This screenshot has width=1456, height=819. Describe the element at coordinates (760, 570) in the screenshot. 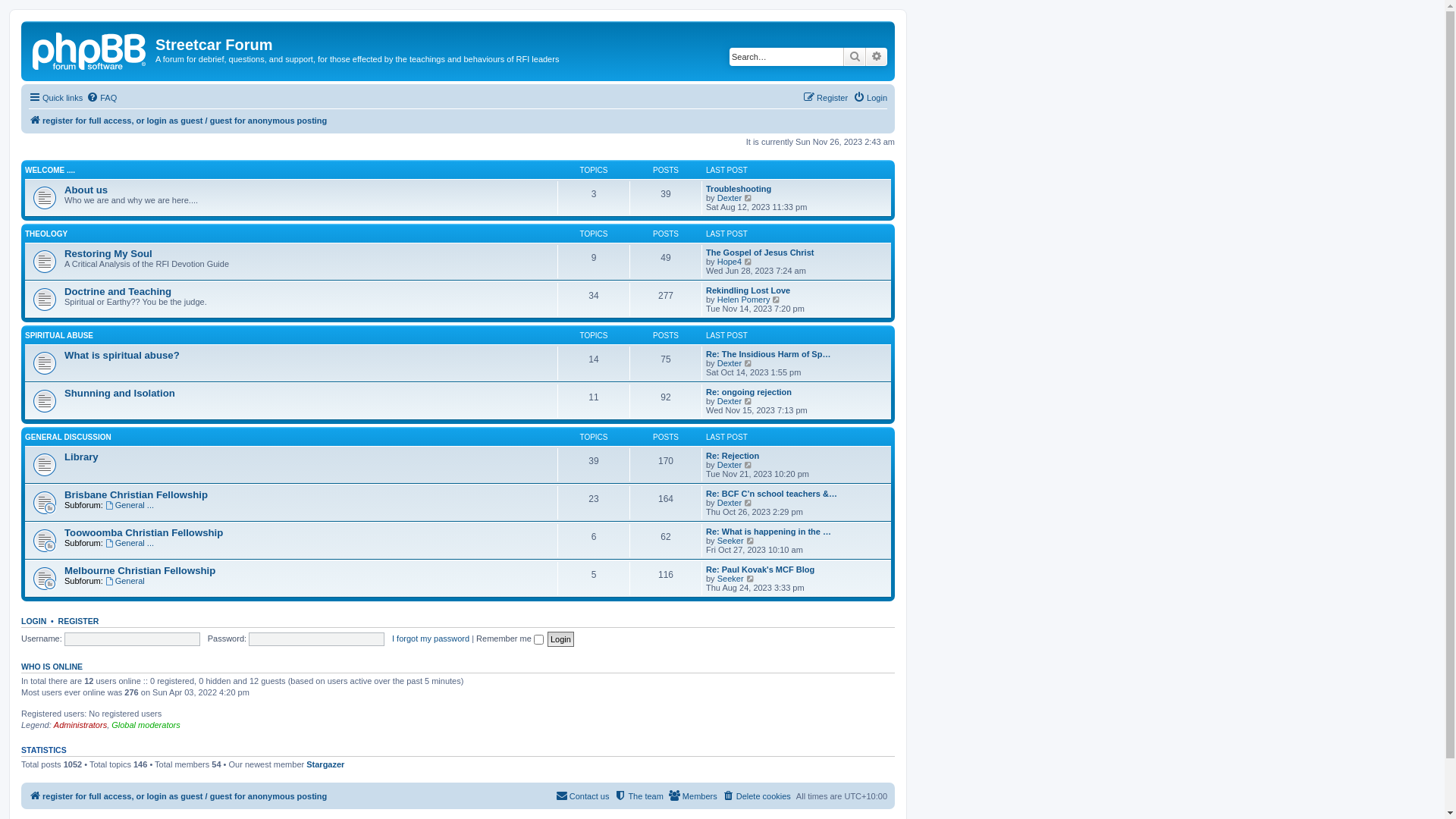

I see `'Re: Paul Kovak's MCF Blog'` at that location.